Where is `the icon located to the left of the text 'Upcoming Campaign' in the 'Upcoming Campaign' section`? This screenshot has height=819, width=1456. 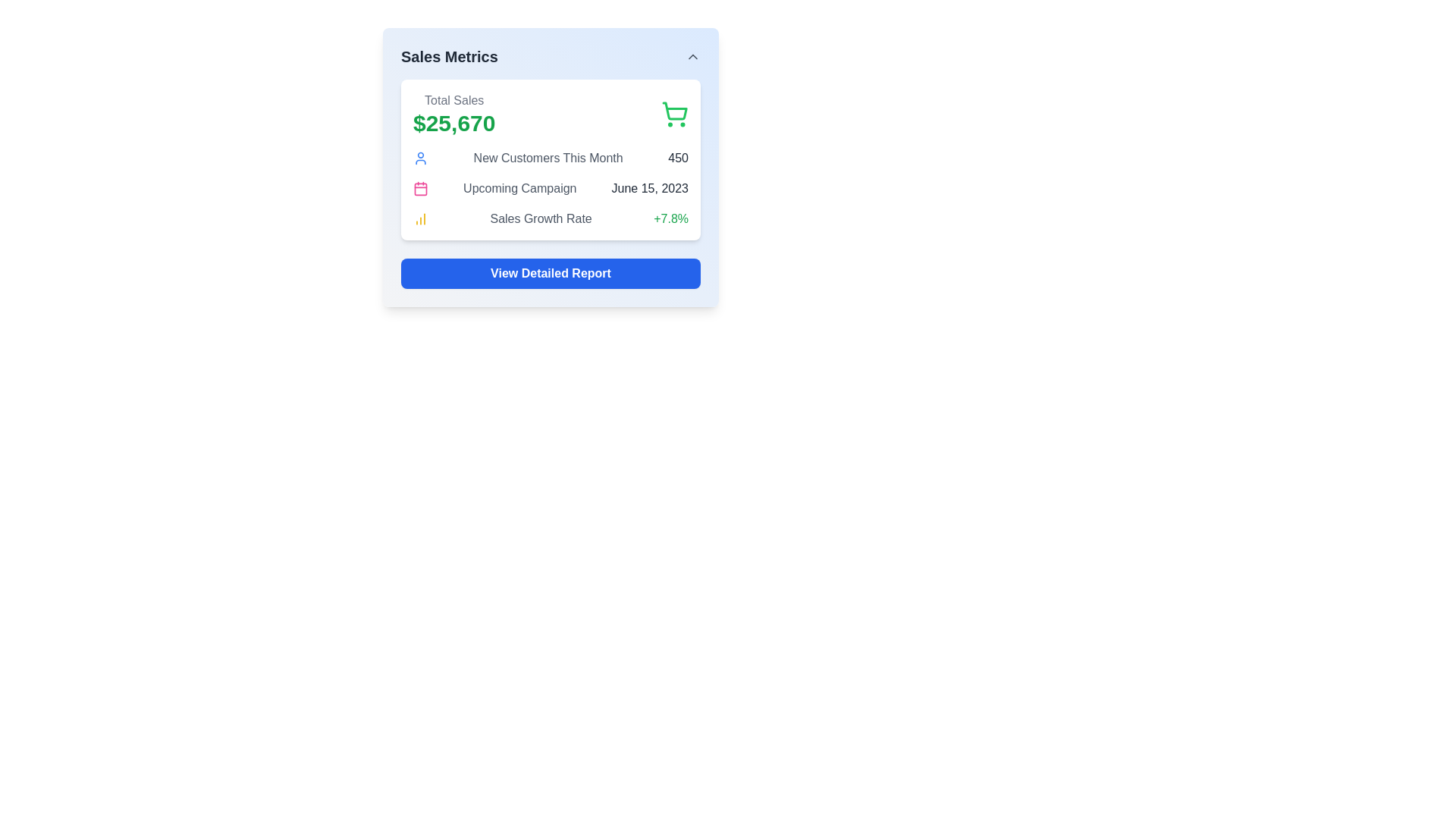 the icon located to the left of the text 'Upcoming Campaign' in the 'Upcoming Campaign' section is located at coordinates (421, 188).